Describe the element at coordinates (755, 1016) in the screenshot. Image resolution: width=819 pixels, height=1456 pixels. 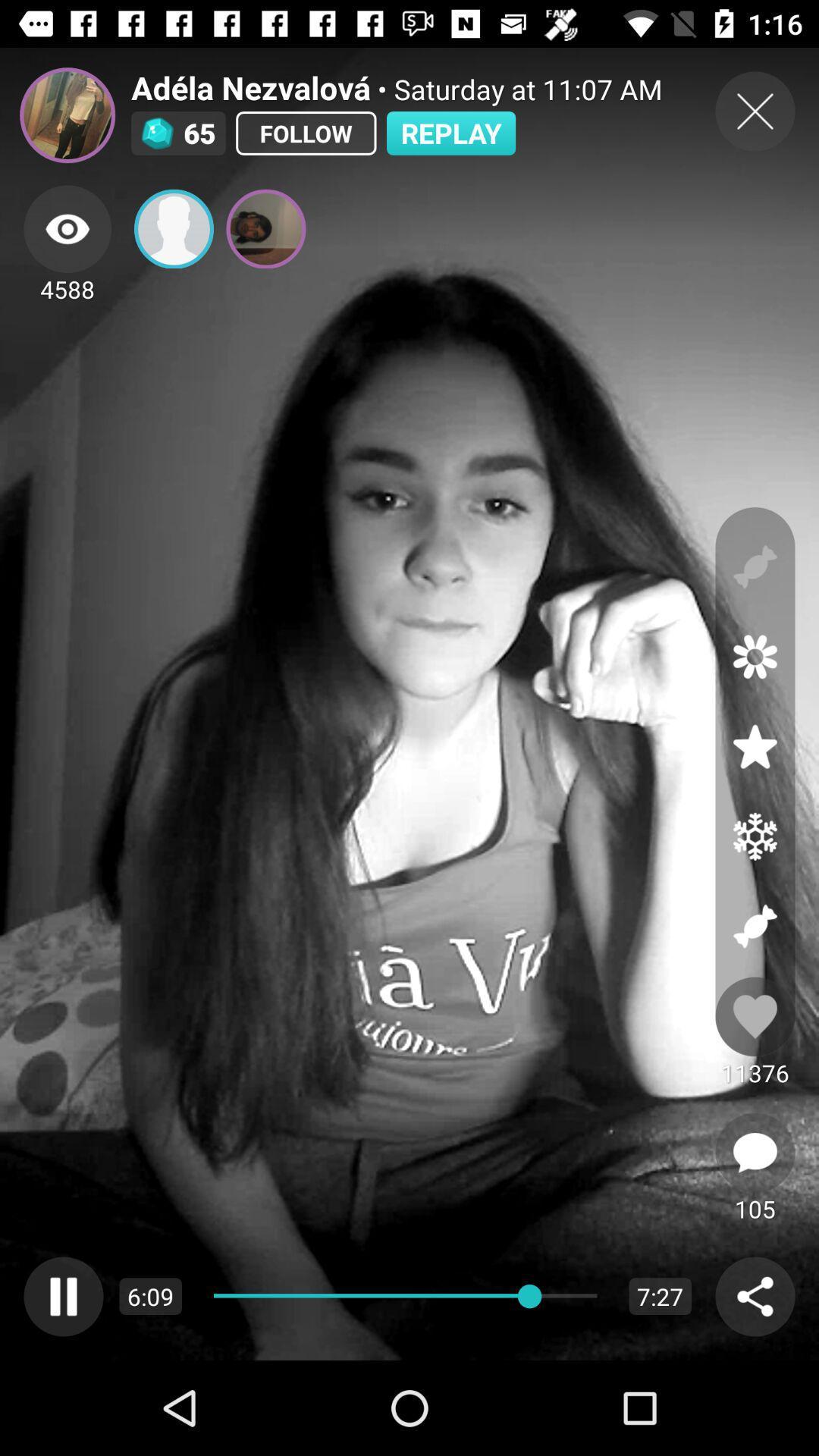
I see `love` at that location.